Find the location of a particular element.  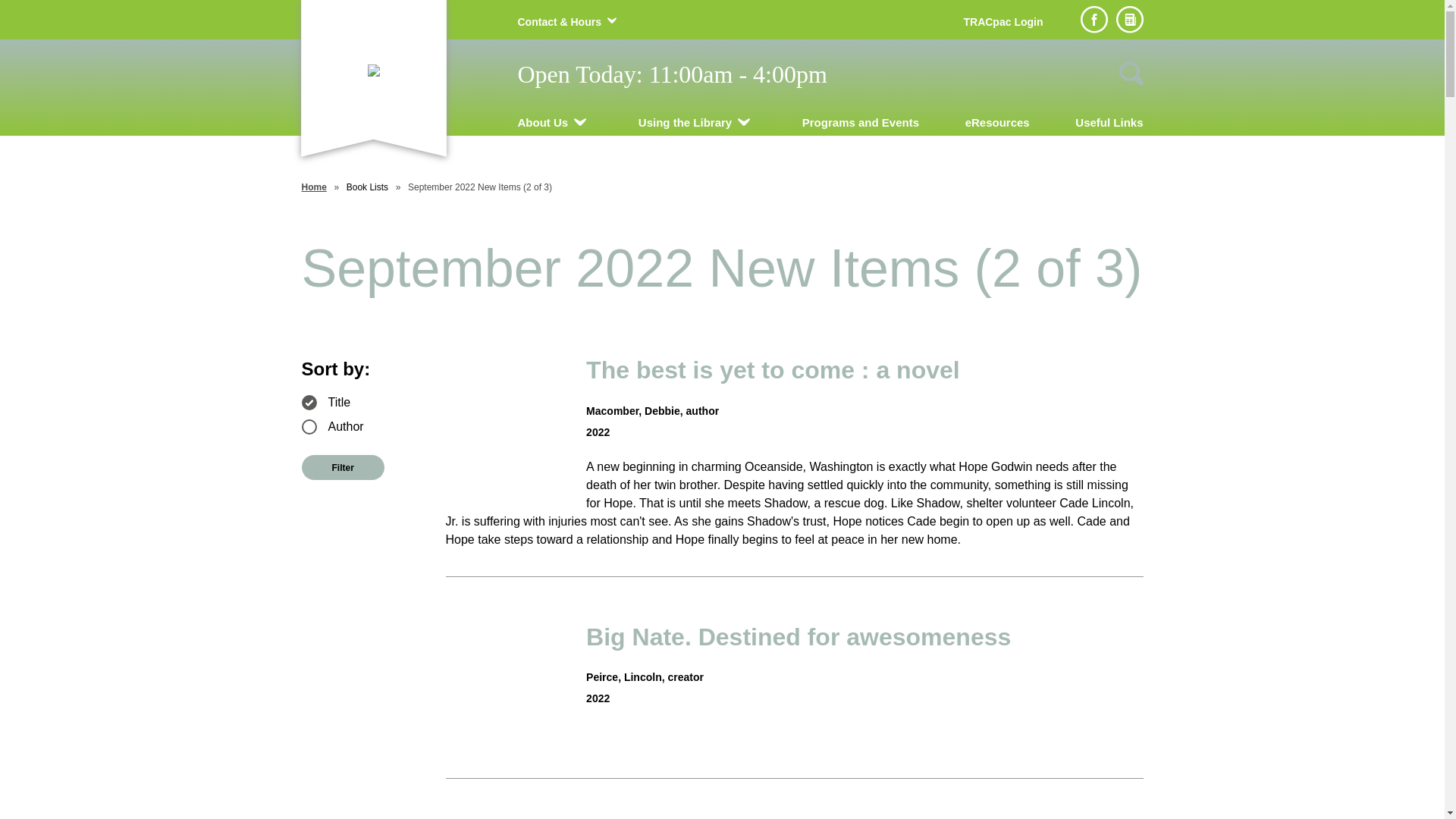

'Filter' is located at coordinates (342, 466).